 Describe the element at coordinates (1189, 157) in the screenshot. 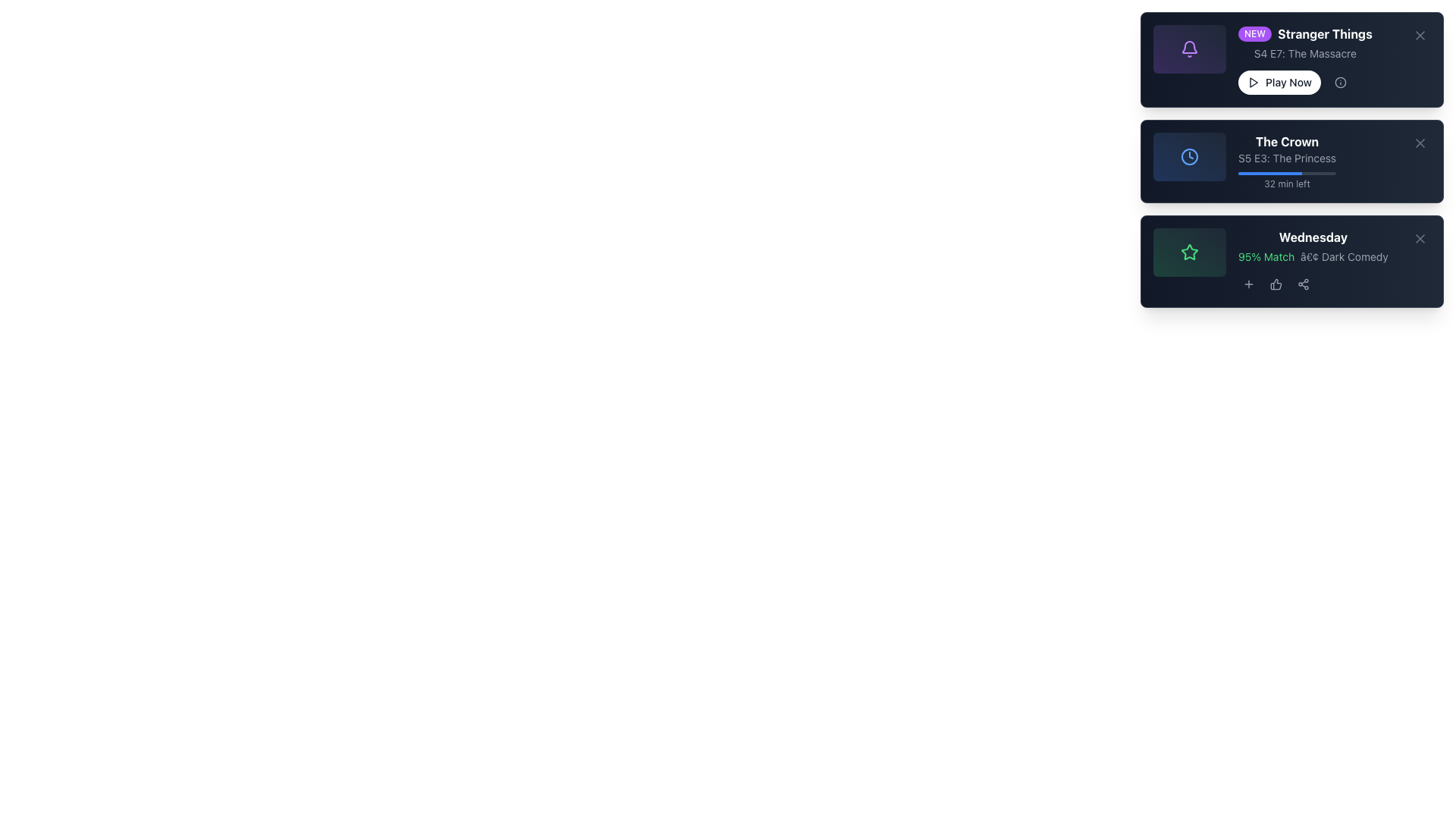

I see `the clock icon within the second notification card titled 'The Crown', which is located on the left side adjacent to the title and description text` at that location.